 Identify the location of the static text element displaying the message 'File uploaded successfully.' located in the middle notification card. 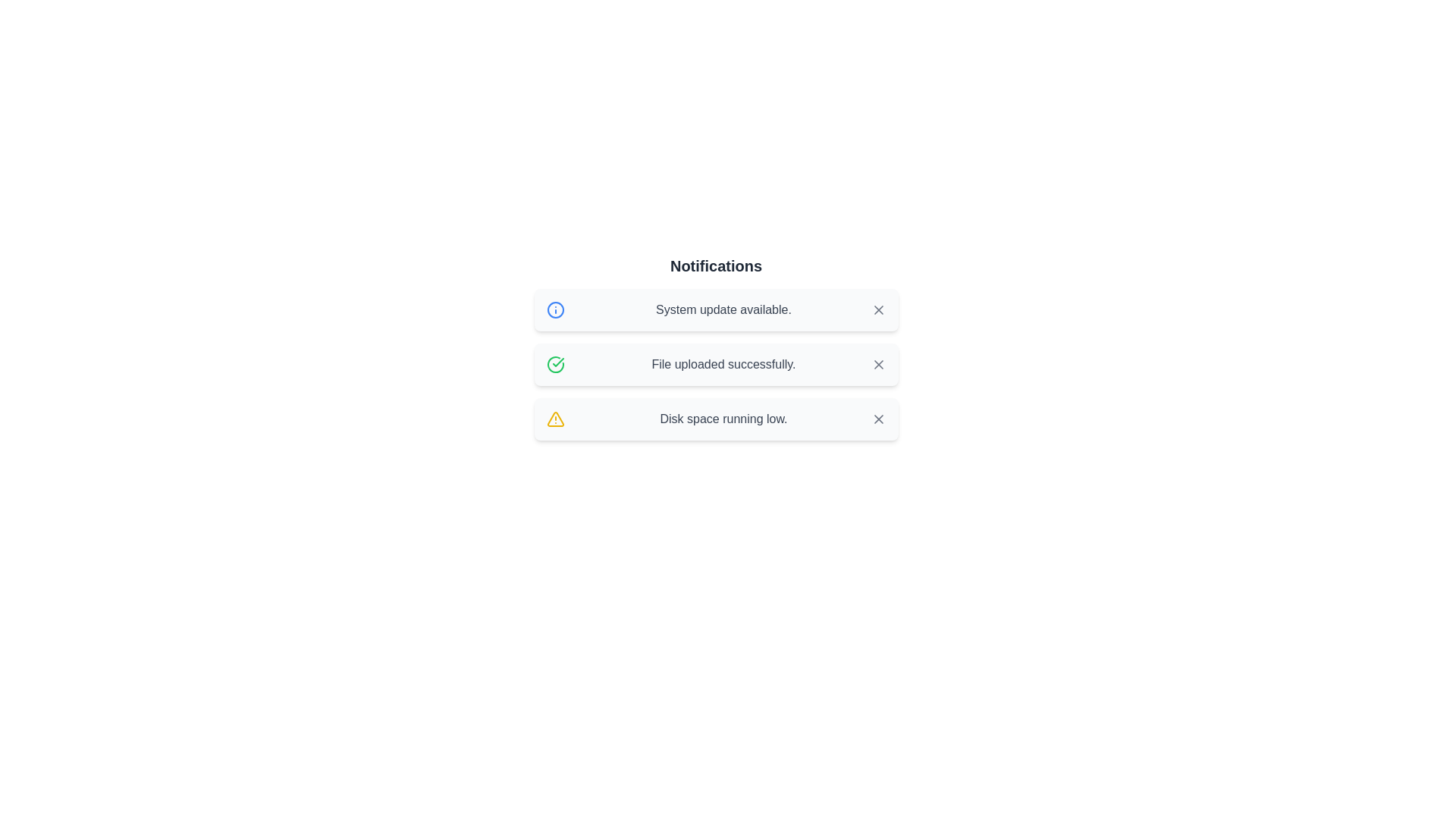
(723, 365).